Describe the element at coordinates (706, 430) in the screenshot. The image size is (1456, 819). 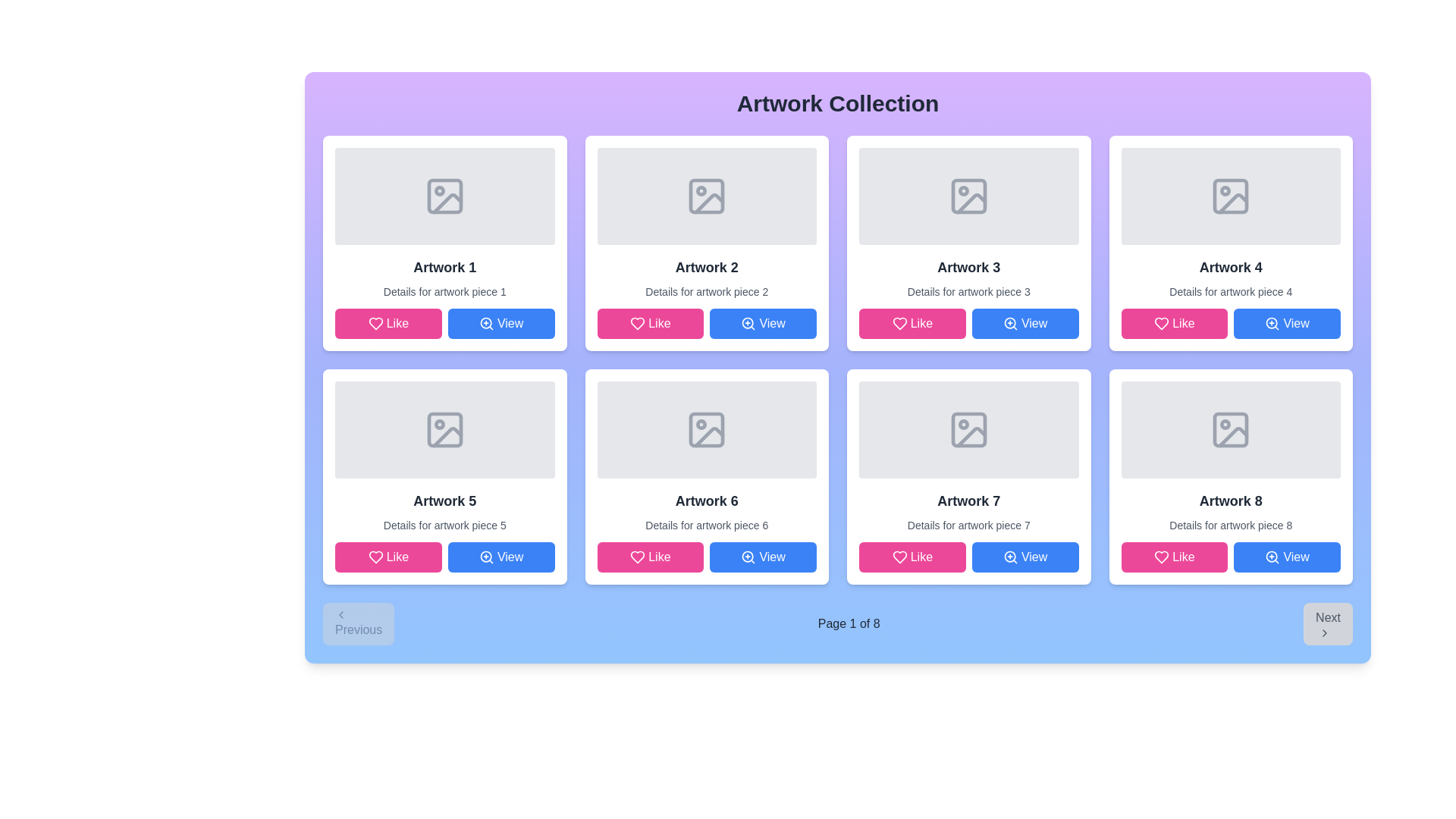
I see `the image placeholder located in the sixth card of the grid layout, positioned in the second row and third column, labeled 'Artwork 6' with details for artwork piece 6` at that location.